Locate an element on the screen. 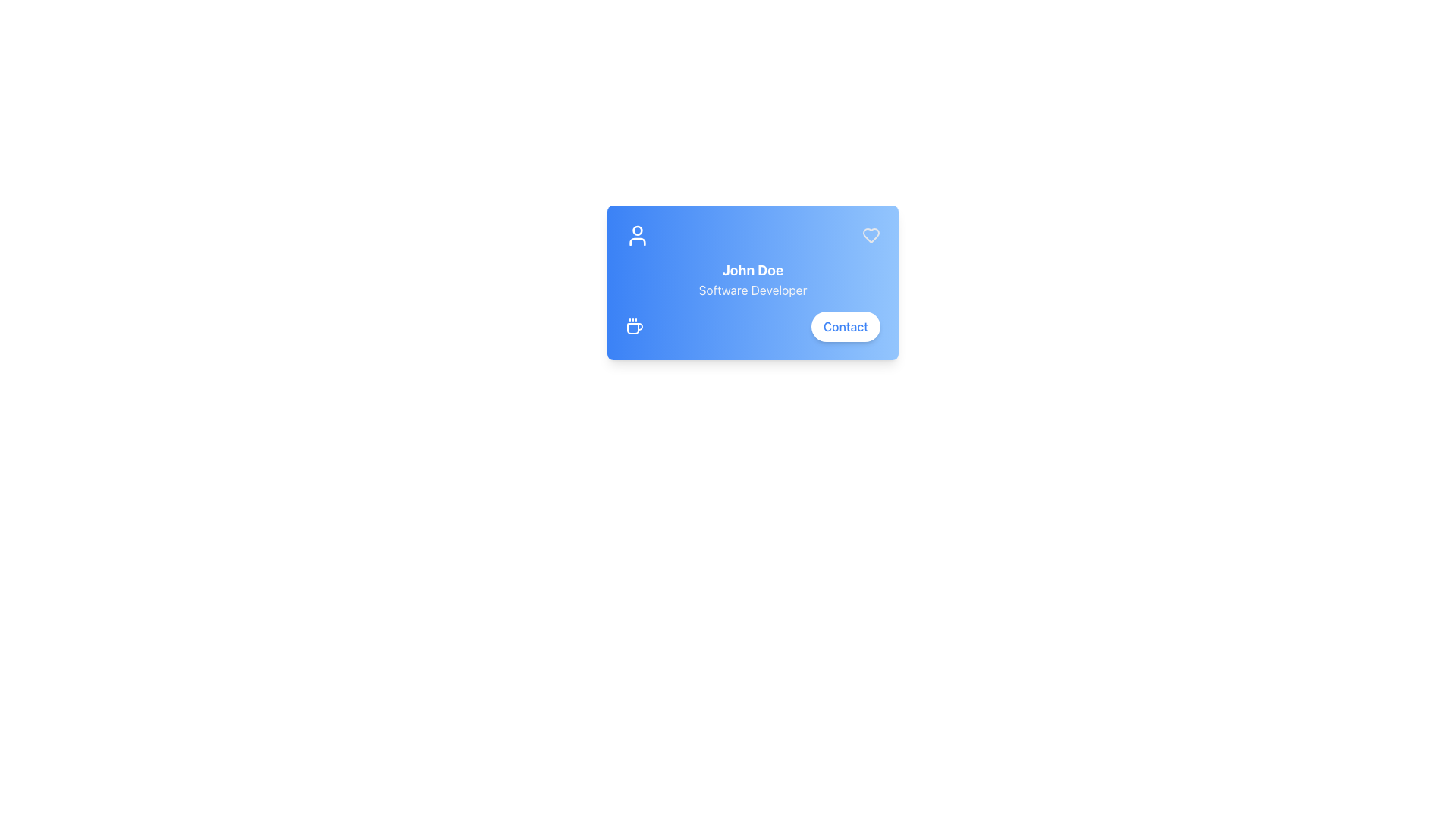  the 'Like' button located in the top-right corner of the profile card to like the profile is located at coordinates (871, 236).